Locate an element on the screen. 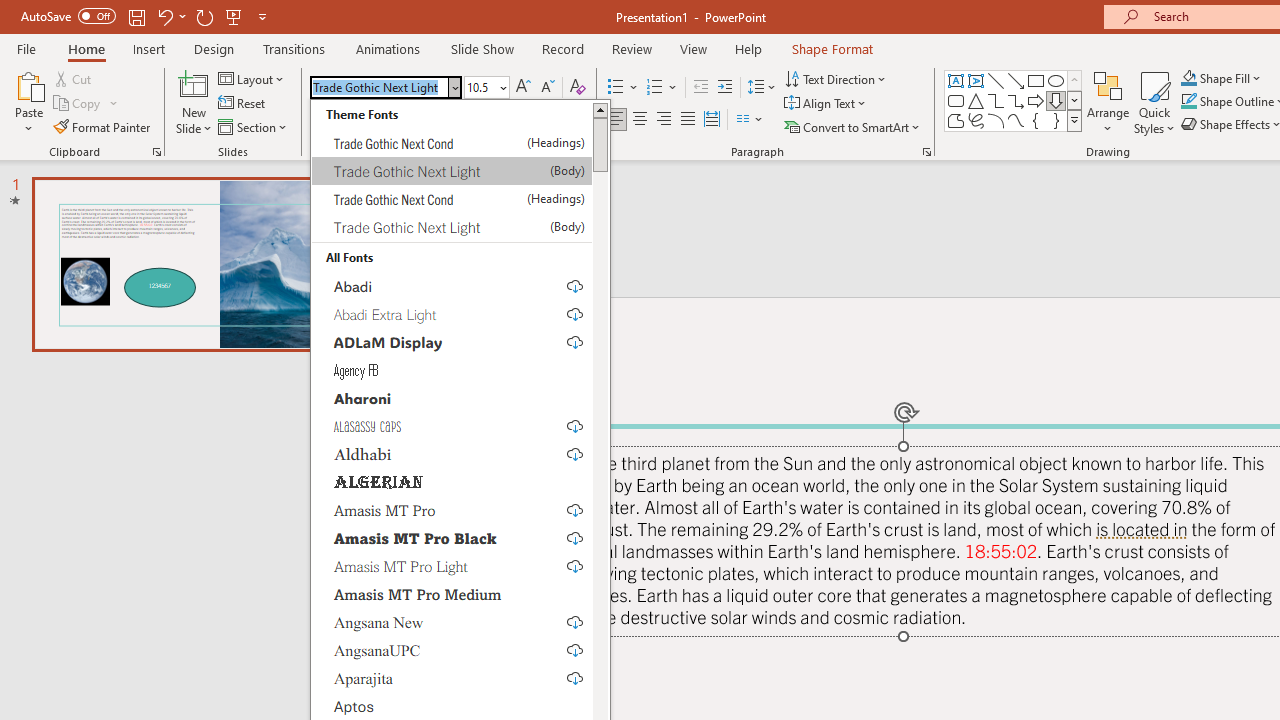 The image size is (1280, 720). 'More Options' is located at coordinates (1232, 77).